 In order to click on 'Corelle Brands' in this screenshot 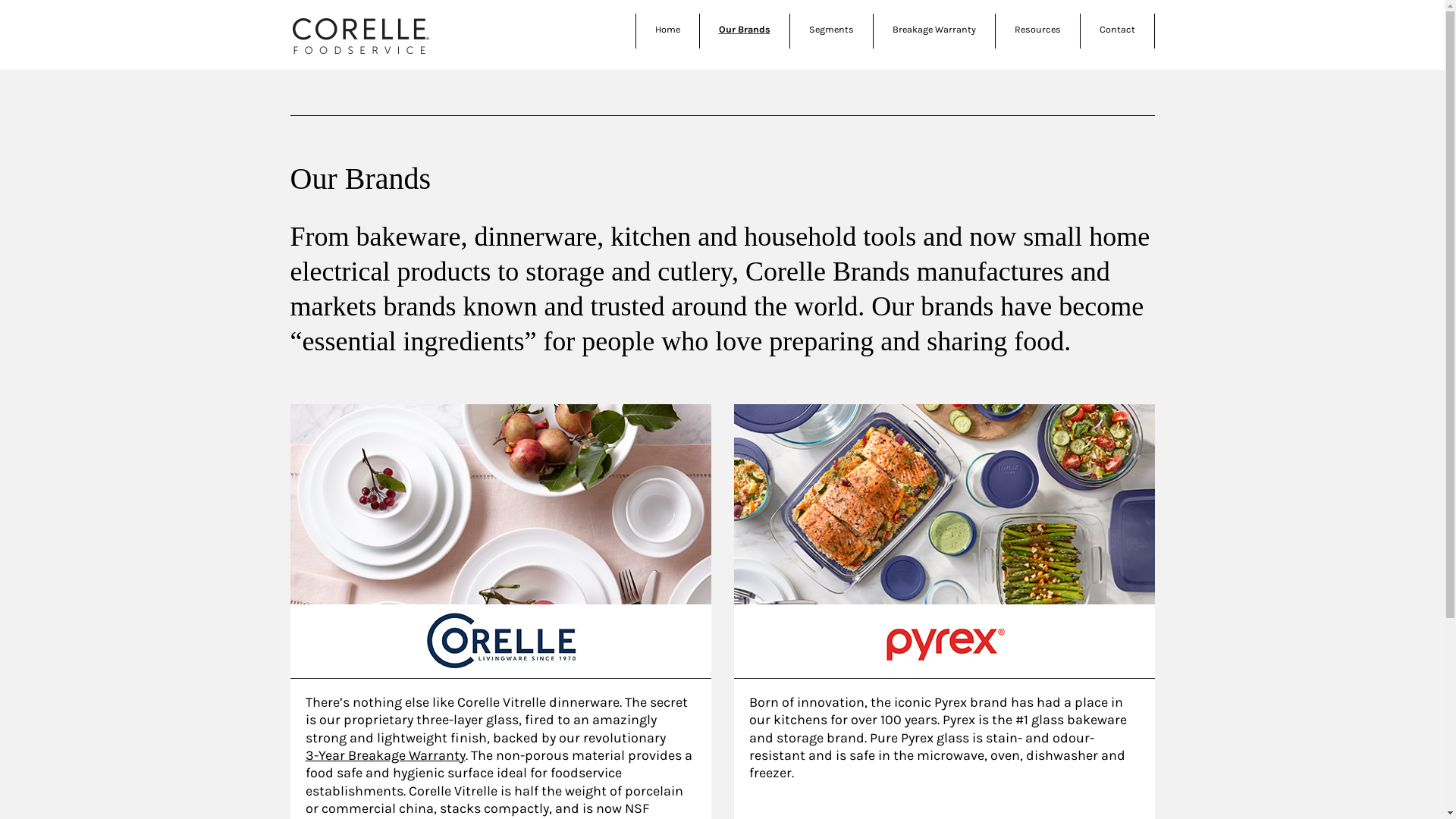, I will do `click(359, 35)`.